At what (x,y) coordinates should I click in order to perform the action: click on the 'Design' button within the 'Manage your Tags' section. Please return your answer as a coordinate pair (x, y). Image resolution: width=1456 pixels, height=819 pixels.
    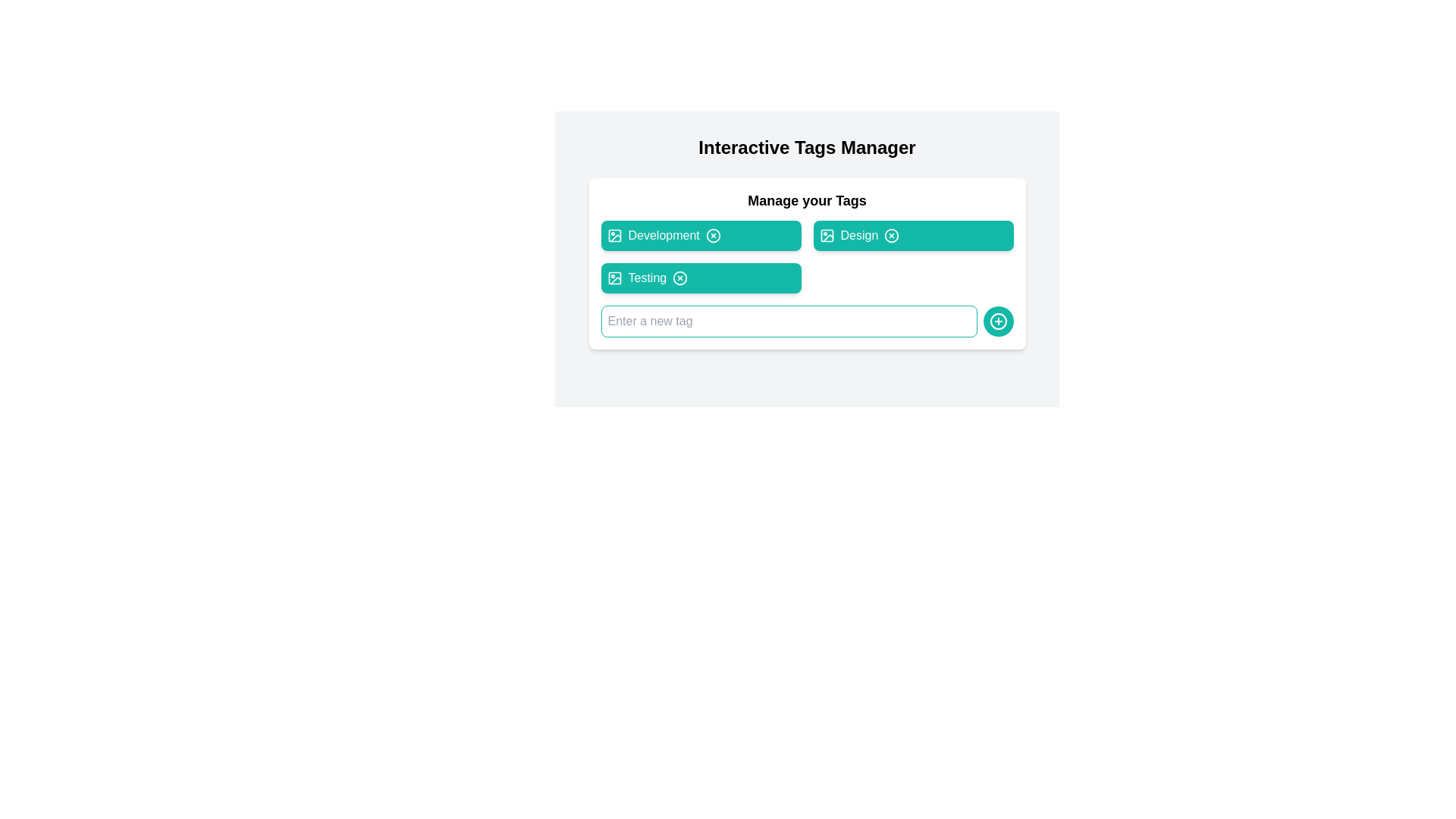
    Looking at the image, I should click on (912, 236).